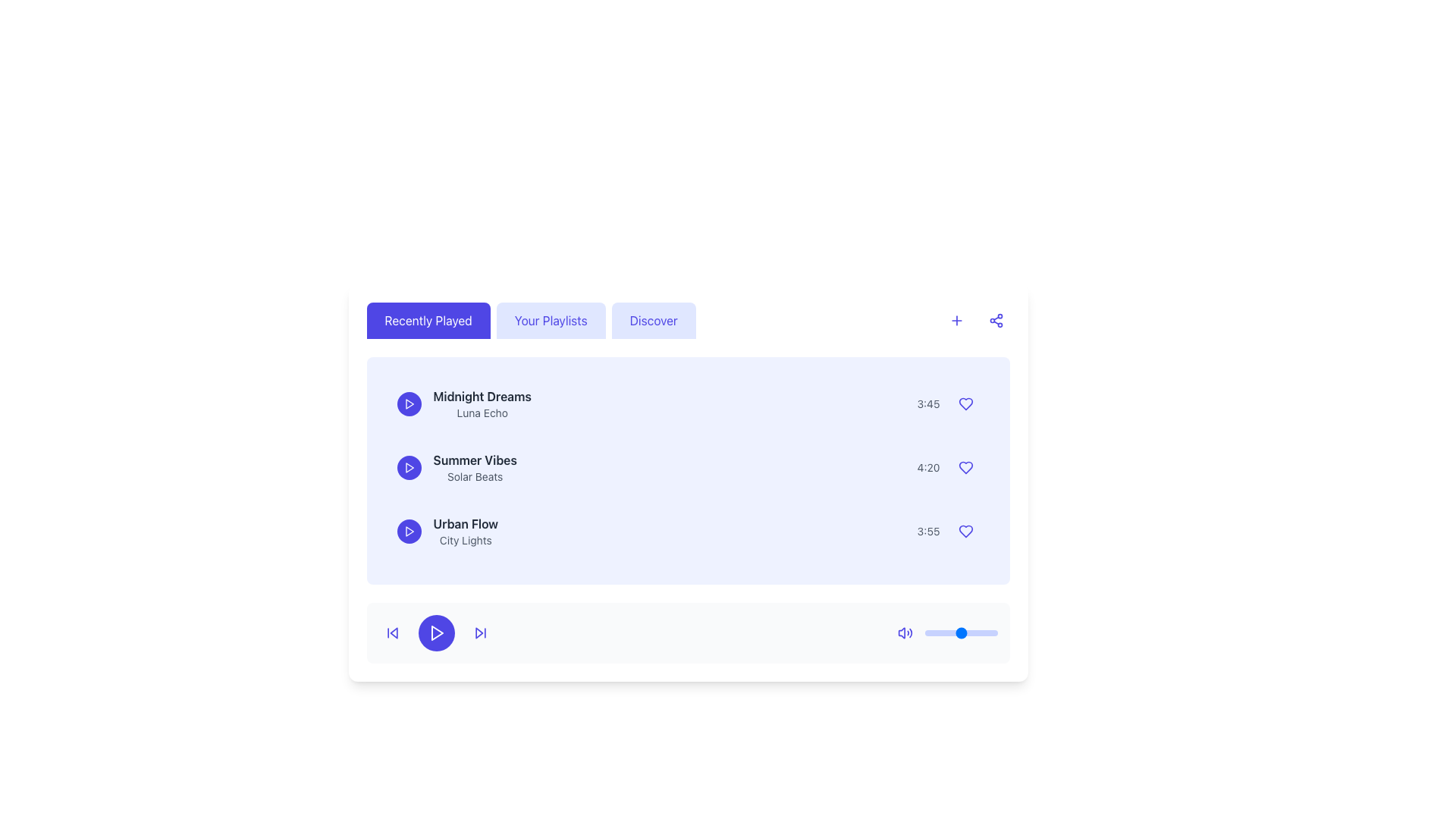  Describe the element at coordinates (927, 403) in the screenshot. I see `the text label displaying '3:45' located in the right section of the first item in the playlist, next to a heart icon` at that location.